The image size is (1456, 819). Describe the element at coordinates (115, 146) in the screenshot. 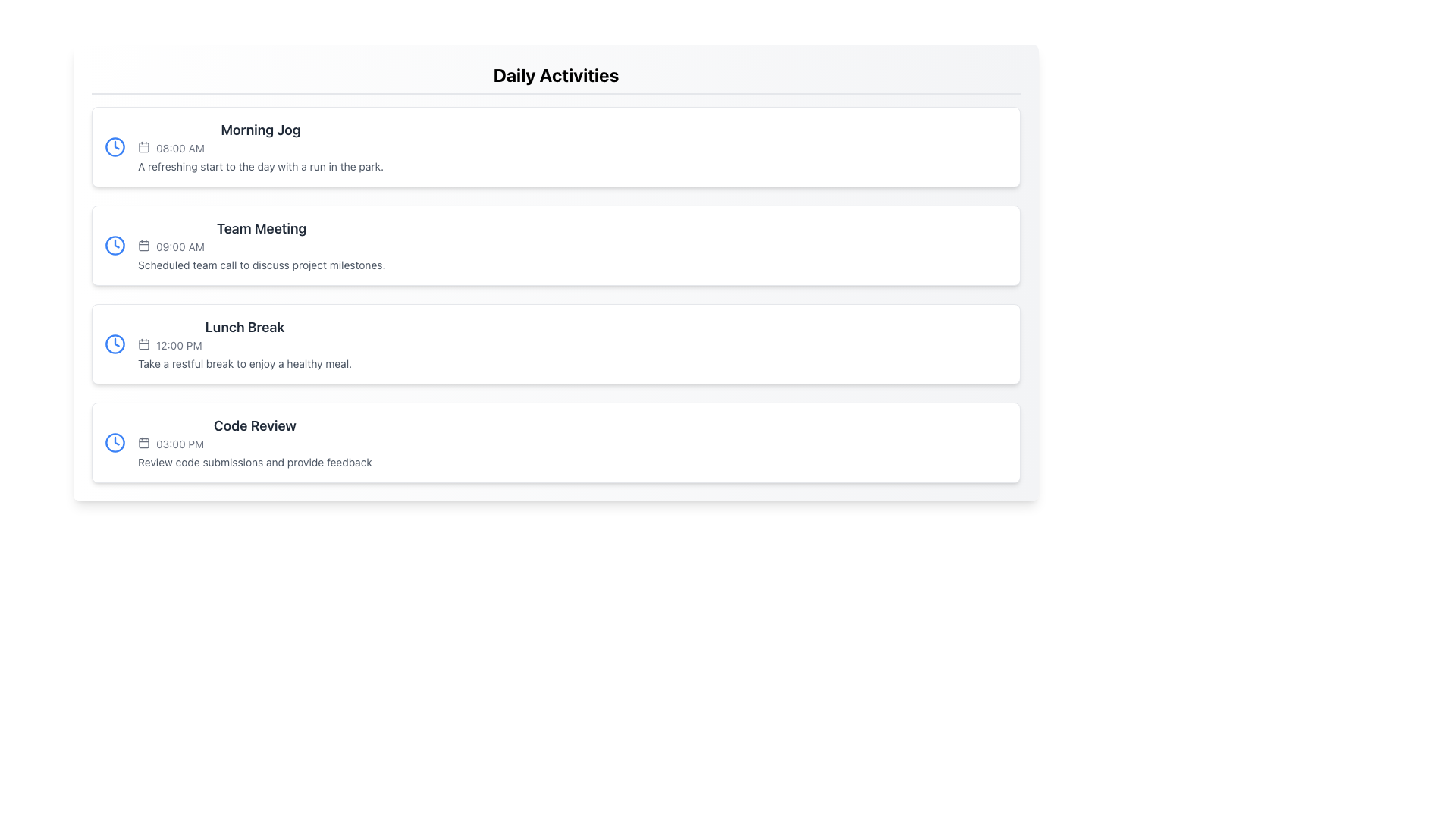

I see `the SVG Circle element that represents the first clock icon in the vertical list of activities, located to the left of the text 'Morning Jog'` at that location.